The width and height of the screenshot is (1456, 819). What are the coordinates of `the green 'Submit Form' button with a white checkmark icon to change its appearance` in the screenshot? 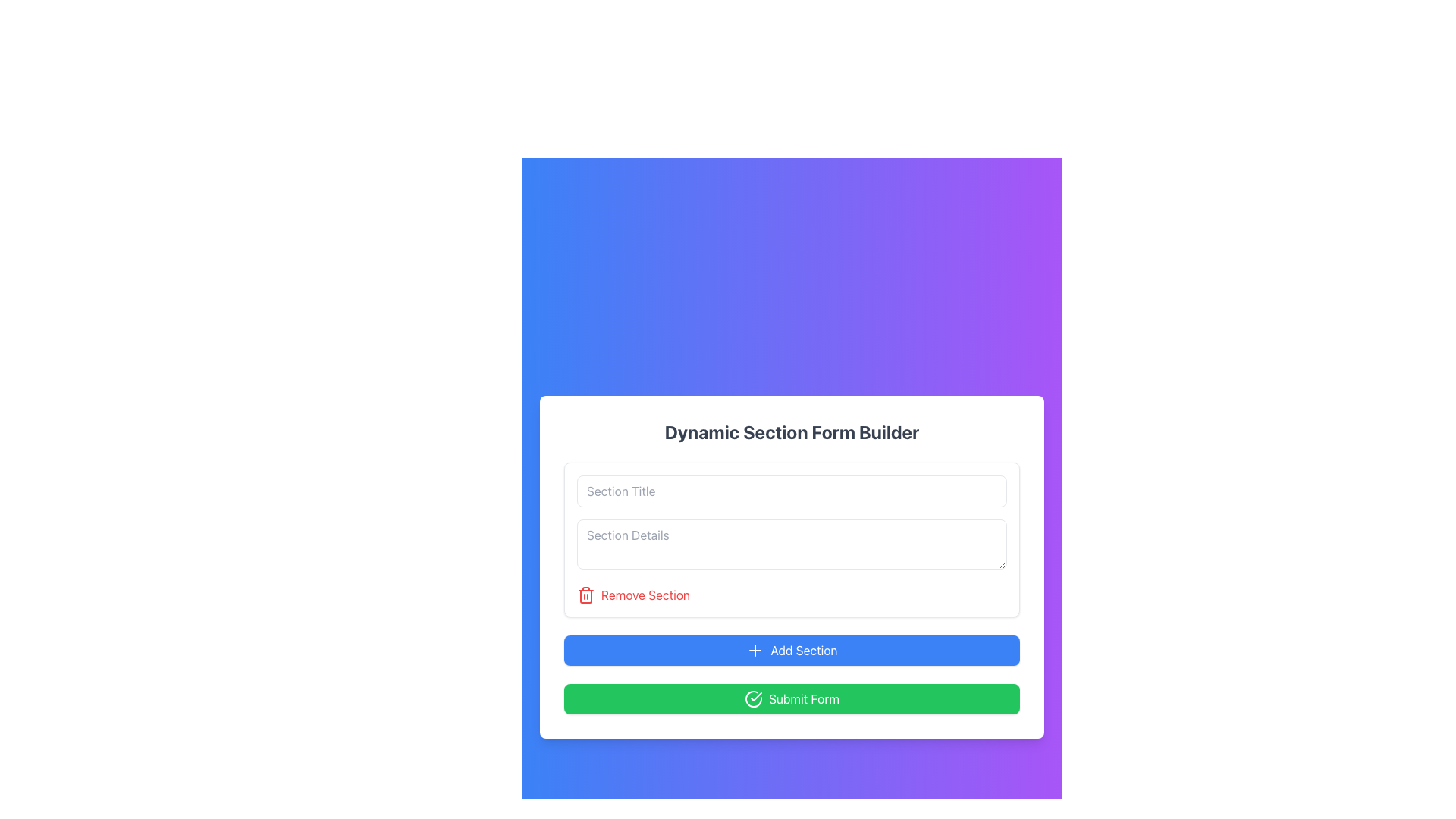 It's located at (791, 698).